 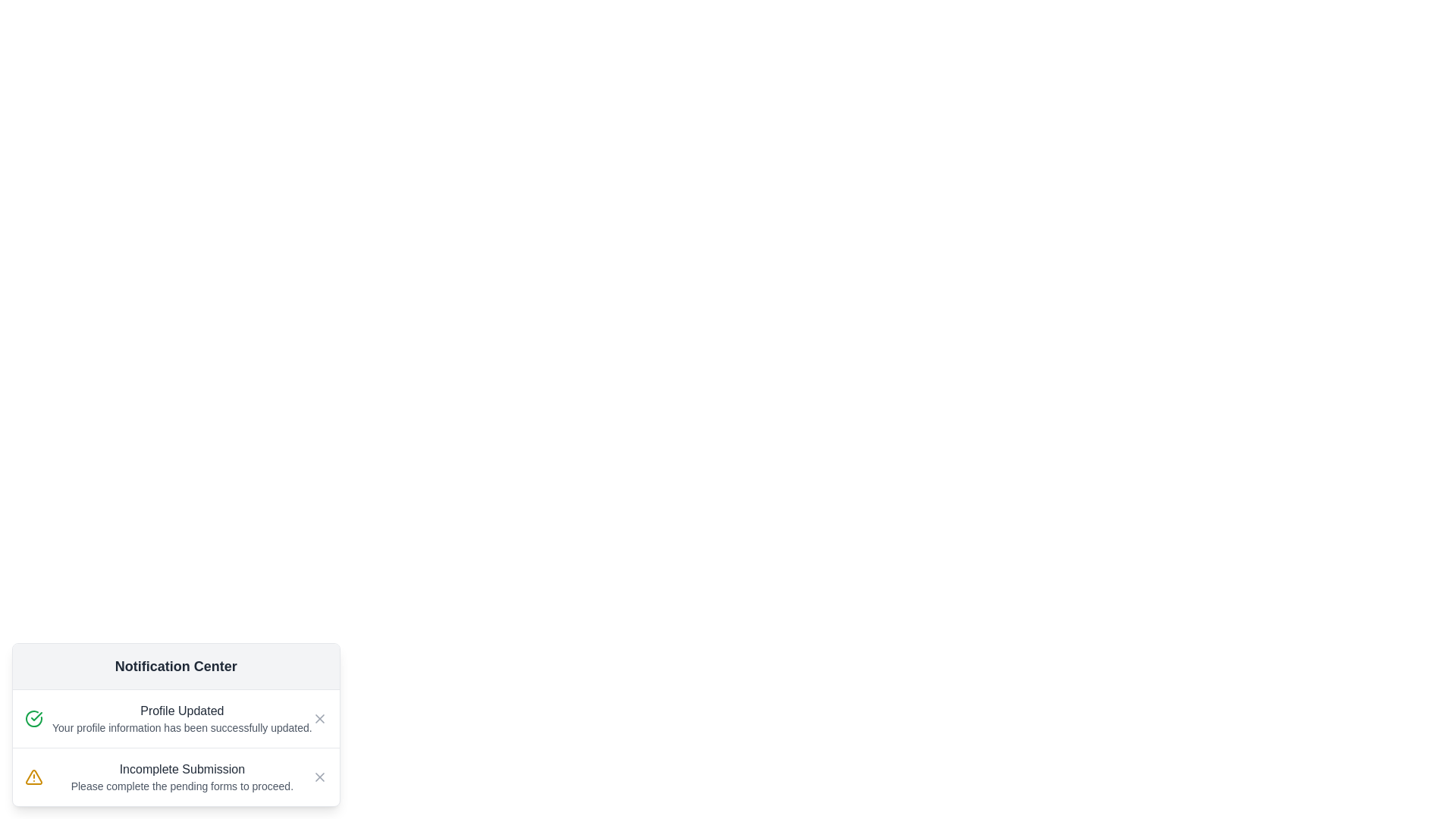 What do you see at coordinates (182, 777) in the screenshot?
I see `the Notification Message titled 'Incomplete Submission' to proceed` at bounding box center [182, 777].